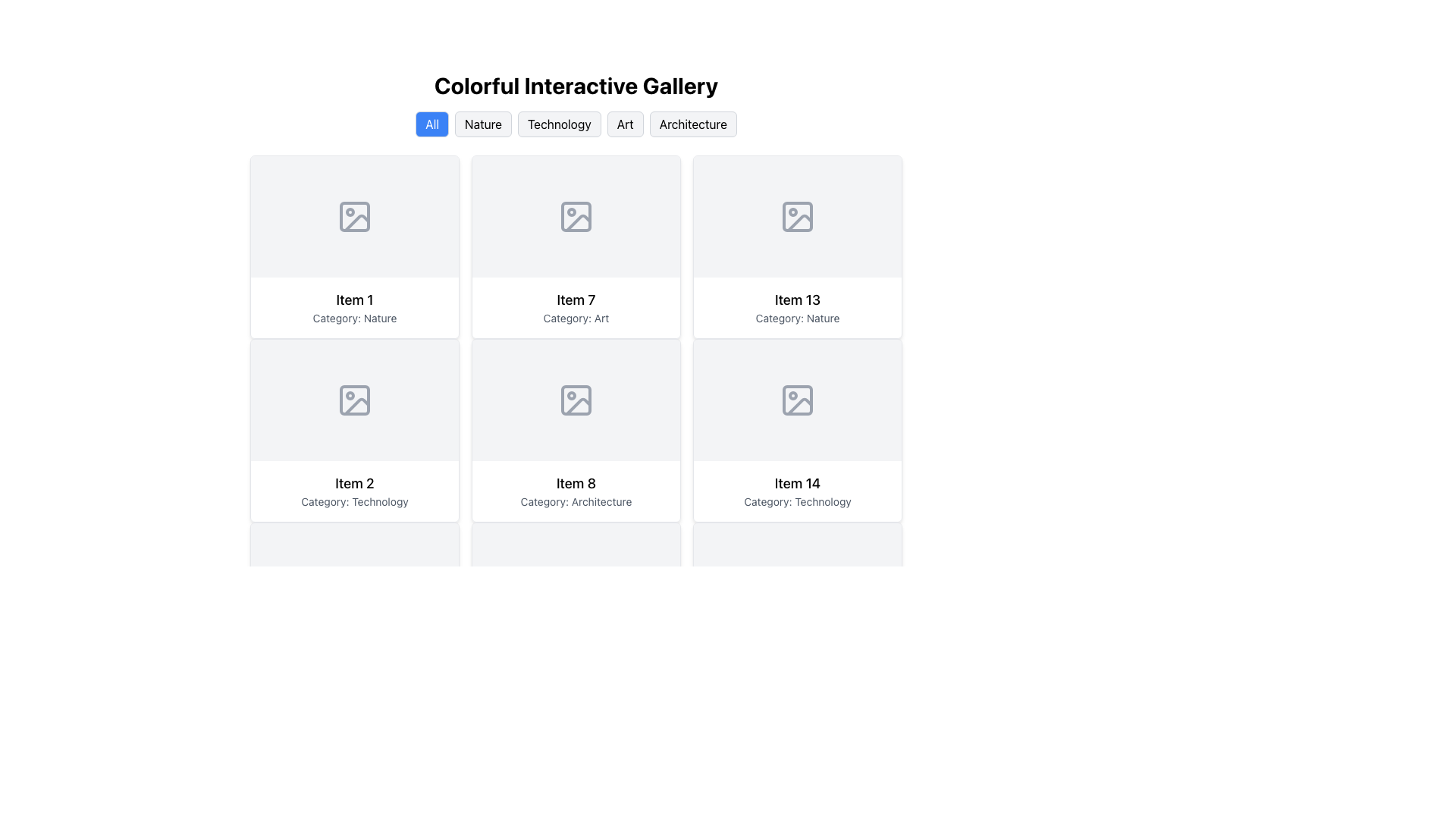 The width and height of the screenshot is (1456, 819). Describe the element at coordinates (353, 491) in the screenshot. I see `the Text Block displaying 'Item 2' and 'Category: Technology', located in the second column and second row of the grid layout` at that location.